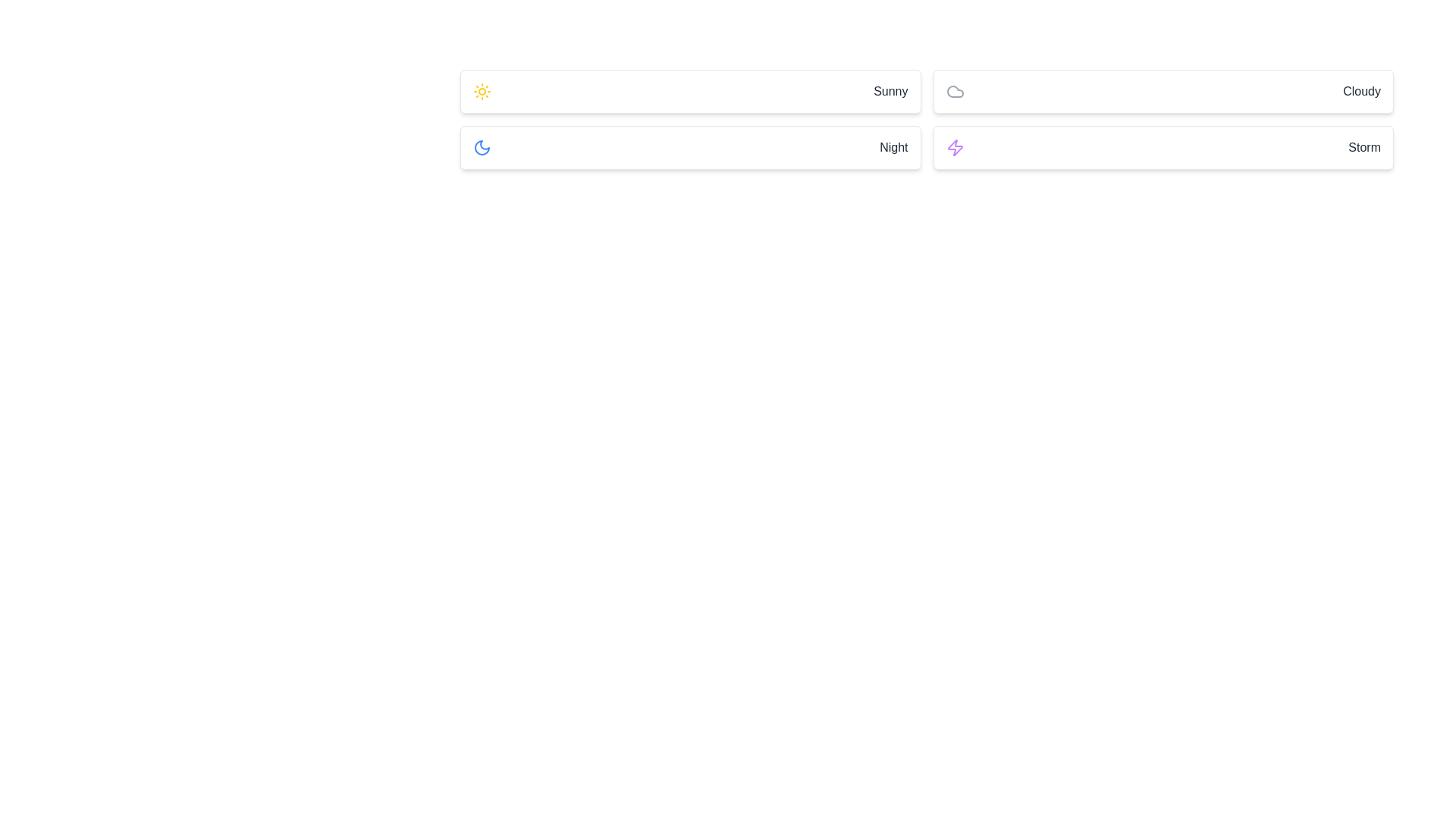  What do you see at coordinates (689, 148) in the screenshot?
I see `the 'Night' card in the grid layout` at bounding box center [689, 148].